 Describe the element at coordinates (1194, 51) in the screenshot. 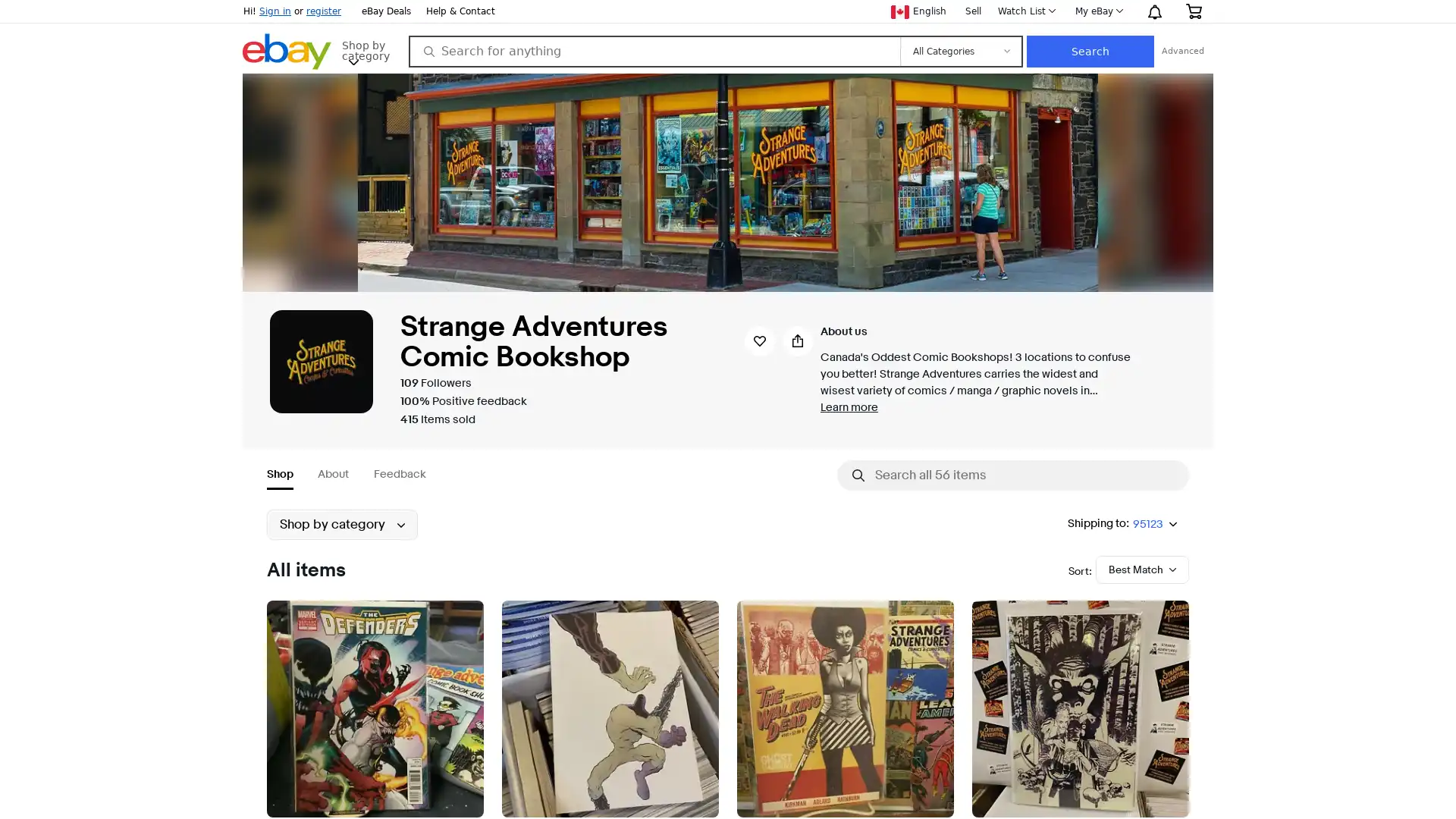

I see `Search` at that location.